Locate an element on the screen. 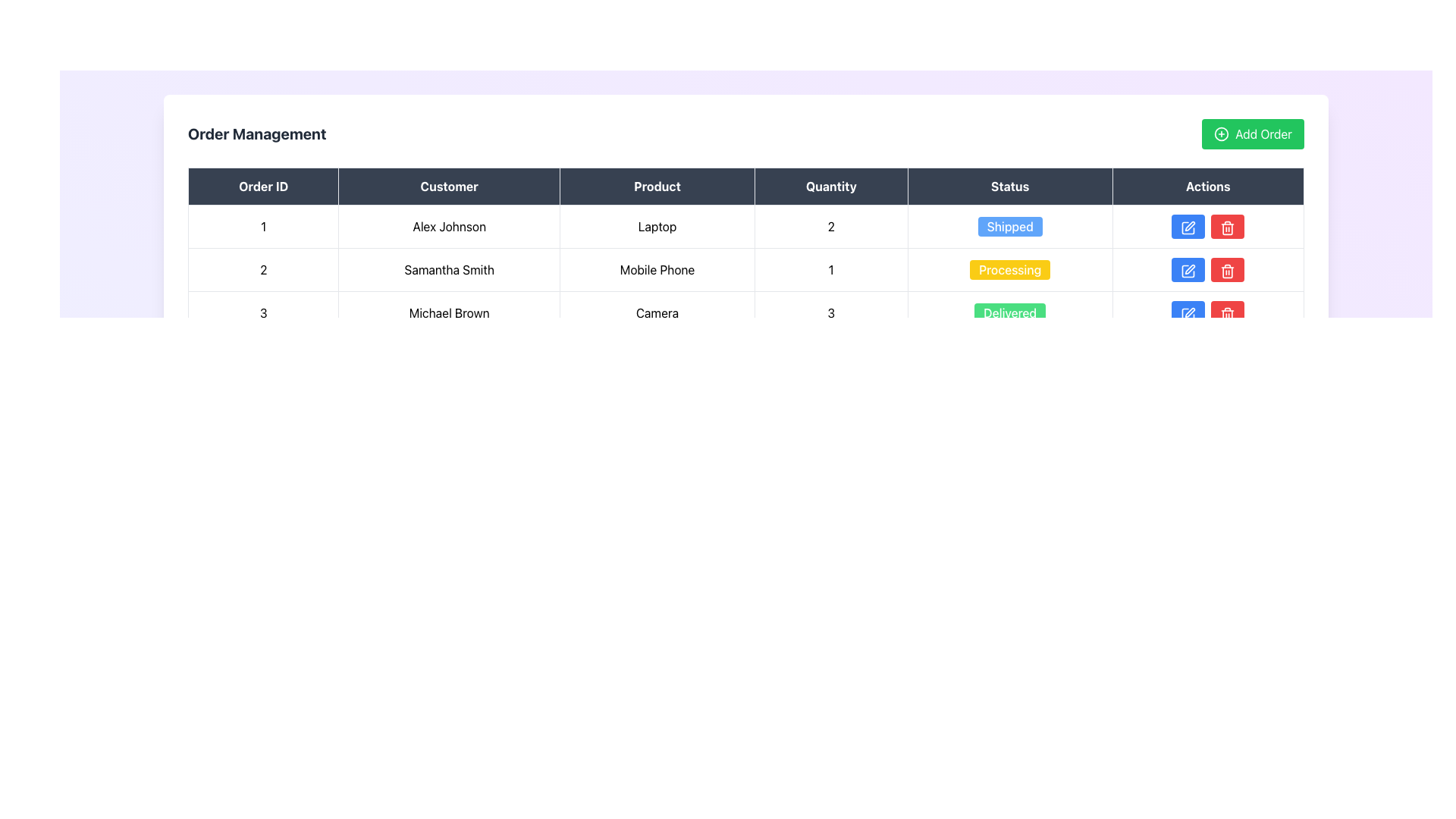  the delete action icon located inside the 'Actions' column of the third row of the table, which is nested within a red circular button is located at coordinates (1228, 313).